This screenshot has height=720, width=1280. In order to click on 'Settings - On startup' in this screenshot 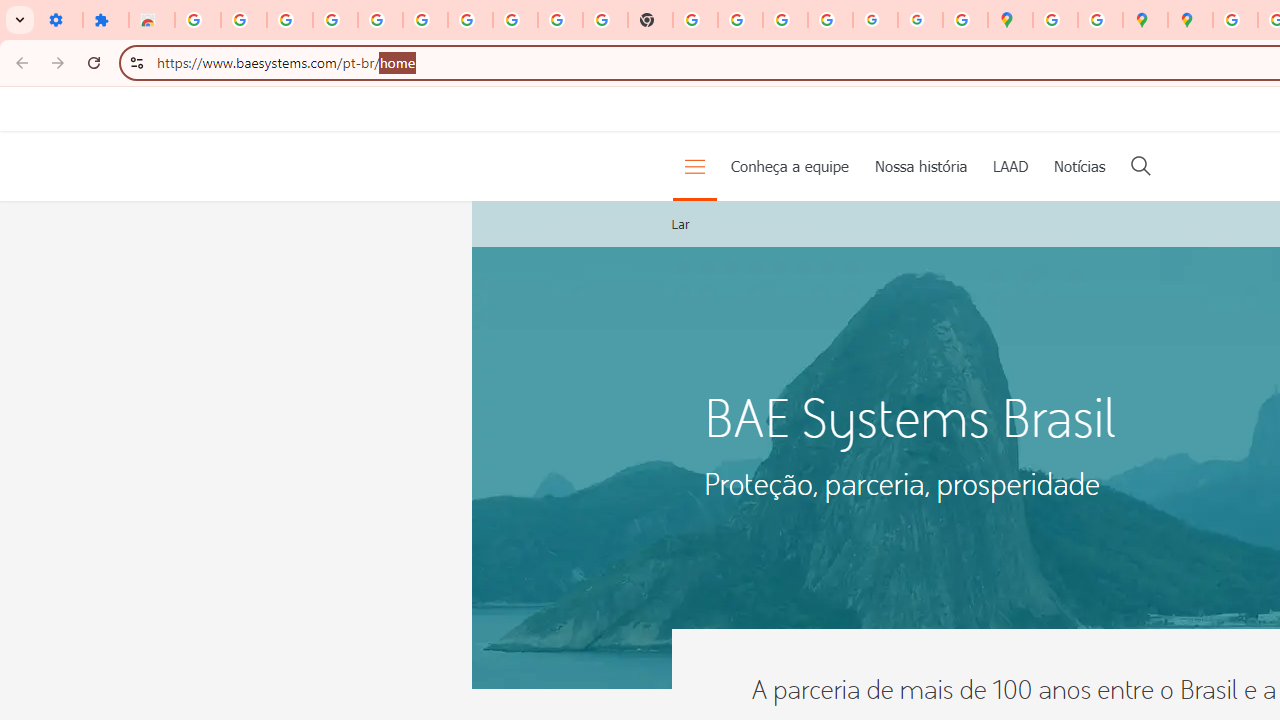, I will do `click(60, 20)`.